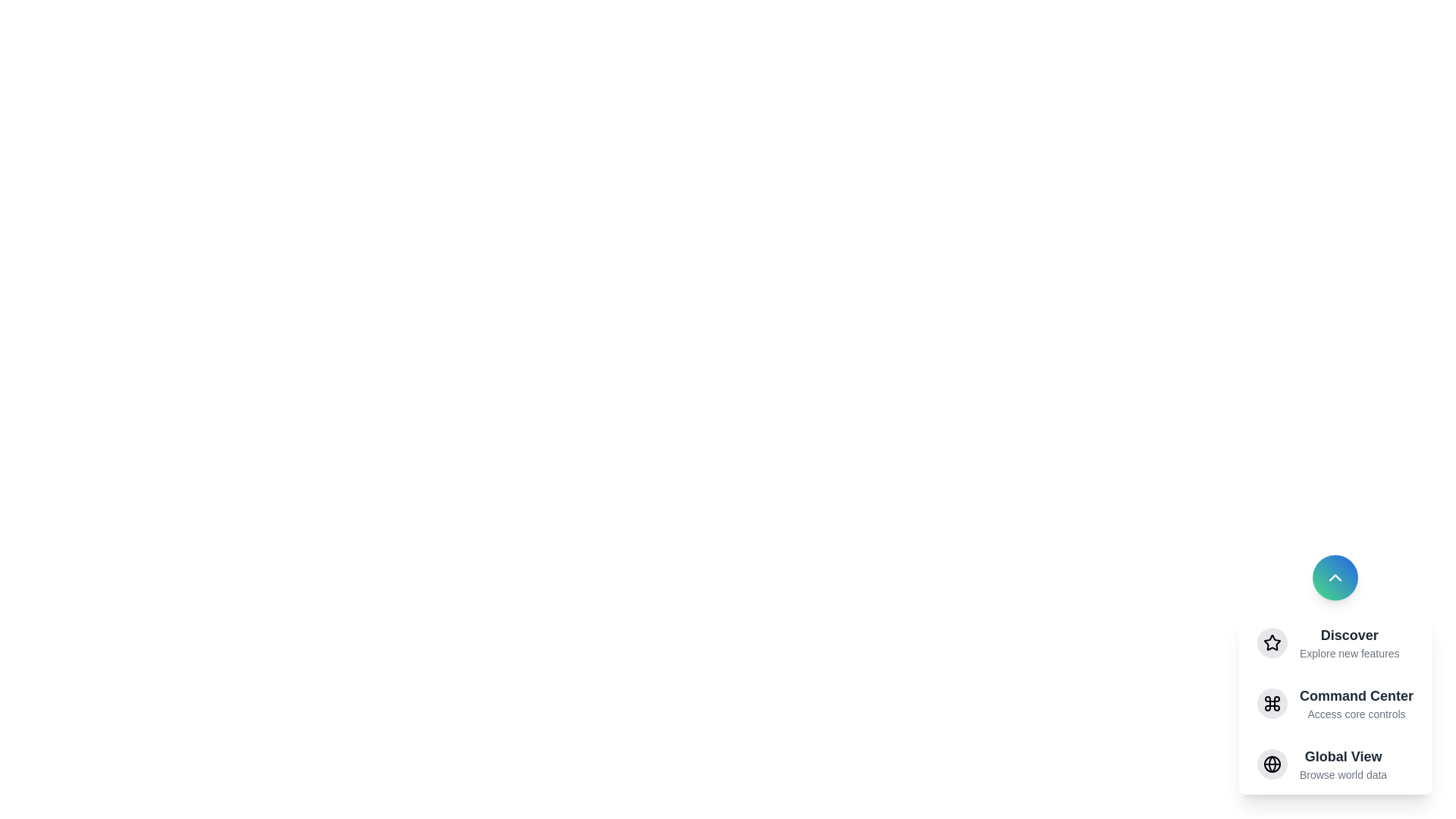 This screenshot has height=819, width=1456. What do you see at coordinates (1335, 764) in the screenshot?
I see `the menu item Global View to observe its hover effect` at bounding box center [1335, 764].